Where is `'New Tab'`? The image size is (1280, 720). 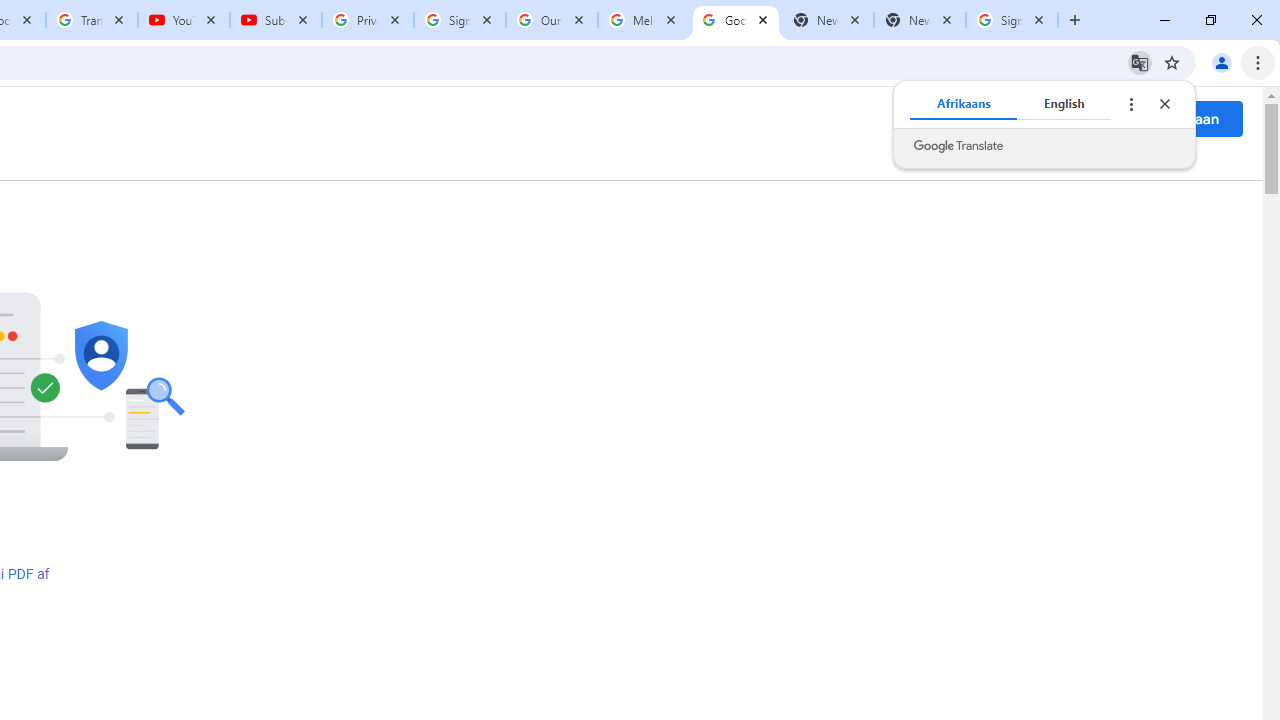
'New Tab' is located at coordinates (919, 20).